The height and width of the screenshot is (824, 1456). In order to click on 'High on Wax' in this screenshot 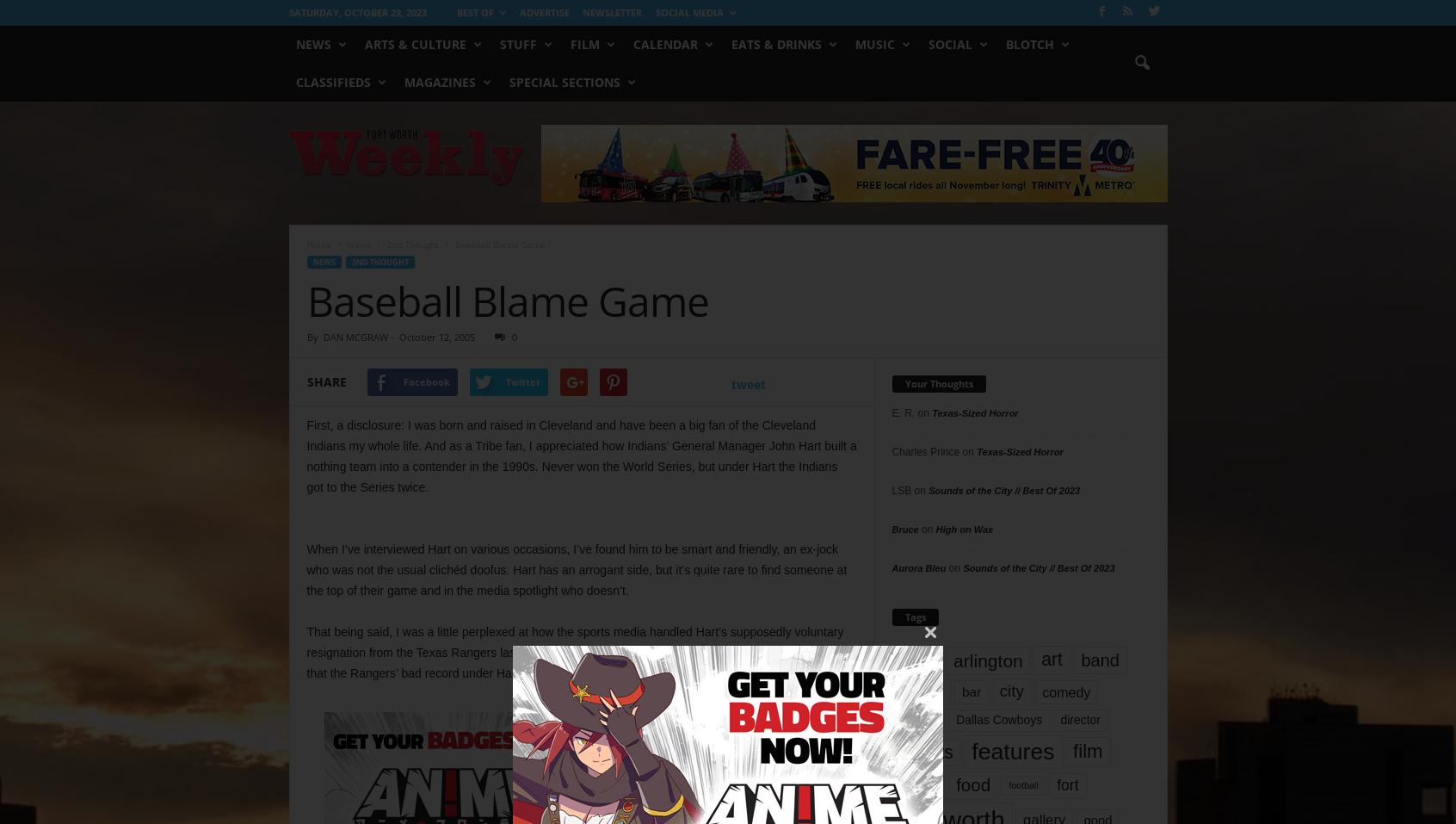, I will do `click(964, 528)`.